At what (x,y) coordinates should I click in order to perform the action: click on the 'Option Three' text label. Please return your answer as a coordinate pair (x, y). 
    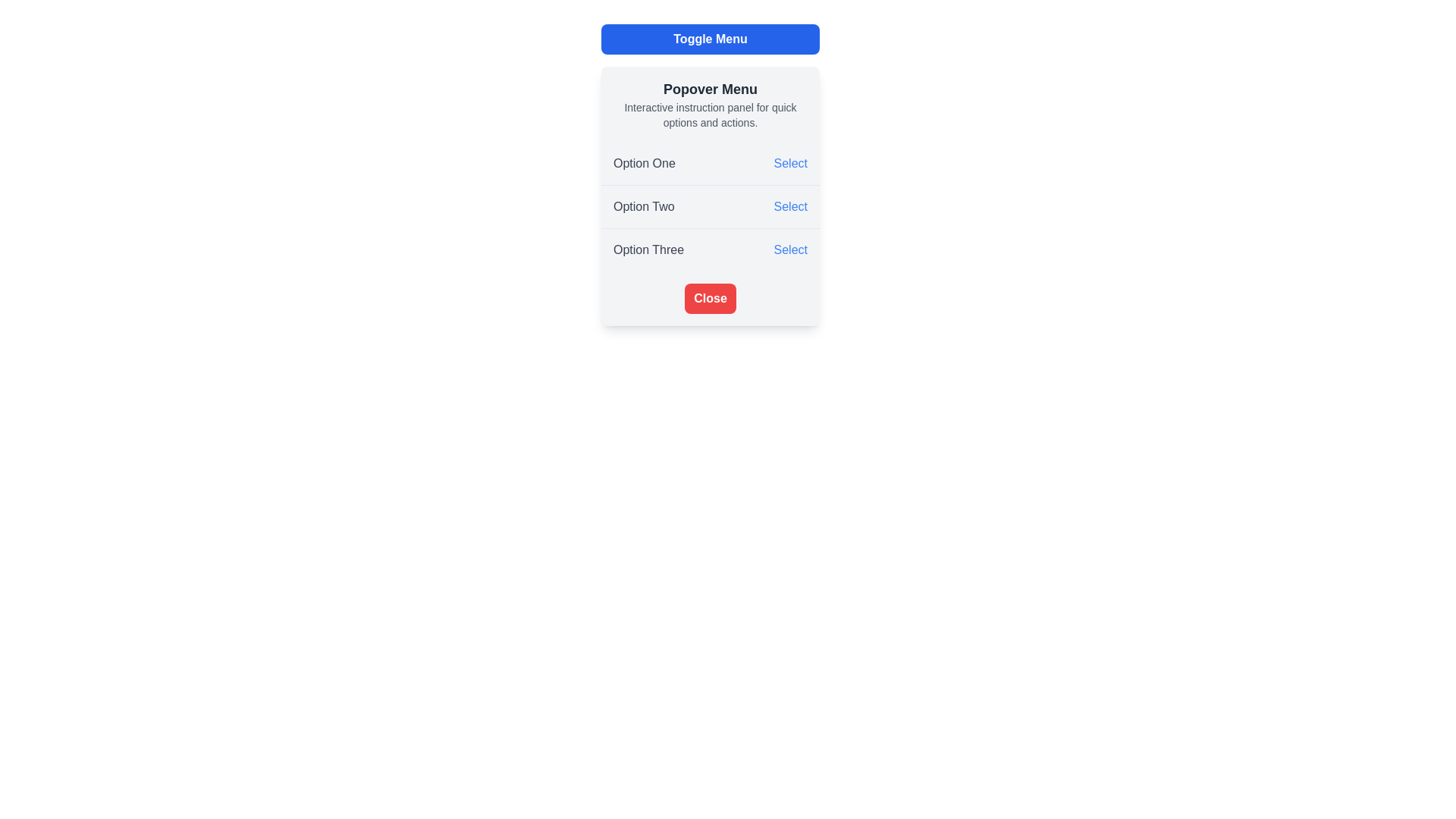
    Looking at the image, I should click on (648, 249).